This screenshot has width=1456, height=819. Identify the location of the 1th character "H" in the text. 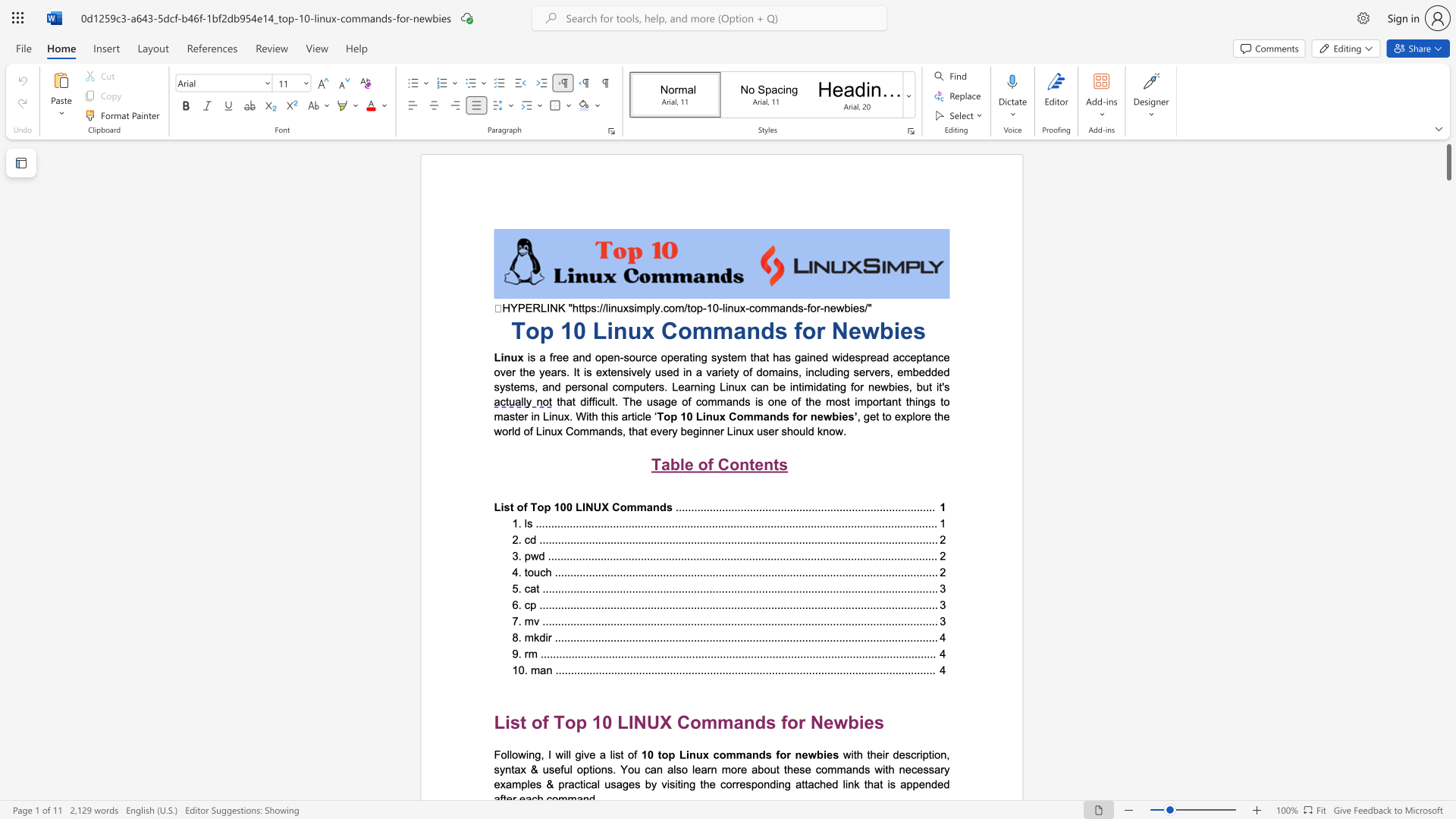
(506, 307).